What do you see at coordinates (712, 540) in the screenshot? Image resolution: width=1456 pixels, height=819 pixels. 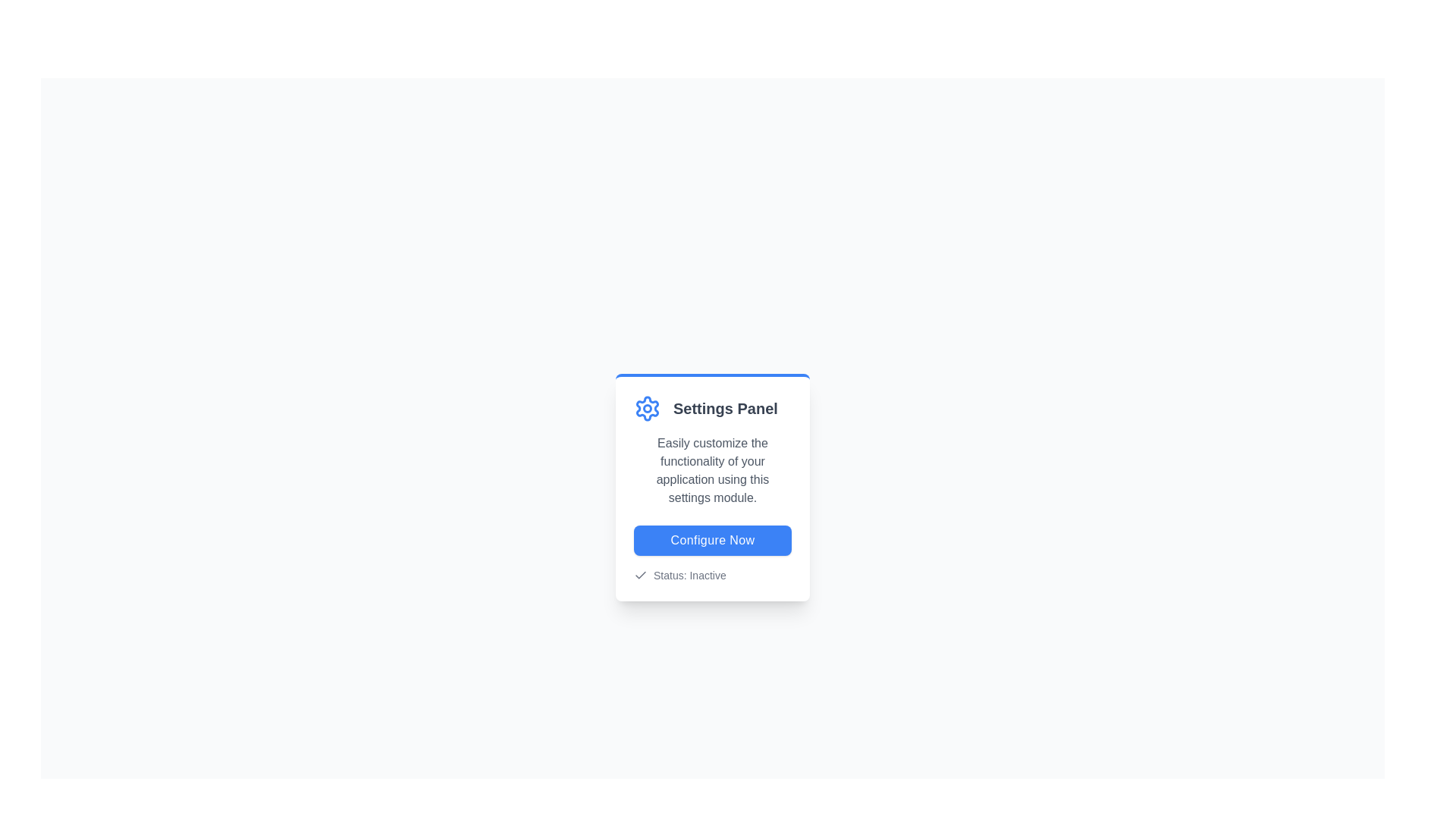 I see `the 'Configure Now' button with a blue background and white text located in the 'Settings Panel'` at bounding box center [712, 540].